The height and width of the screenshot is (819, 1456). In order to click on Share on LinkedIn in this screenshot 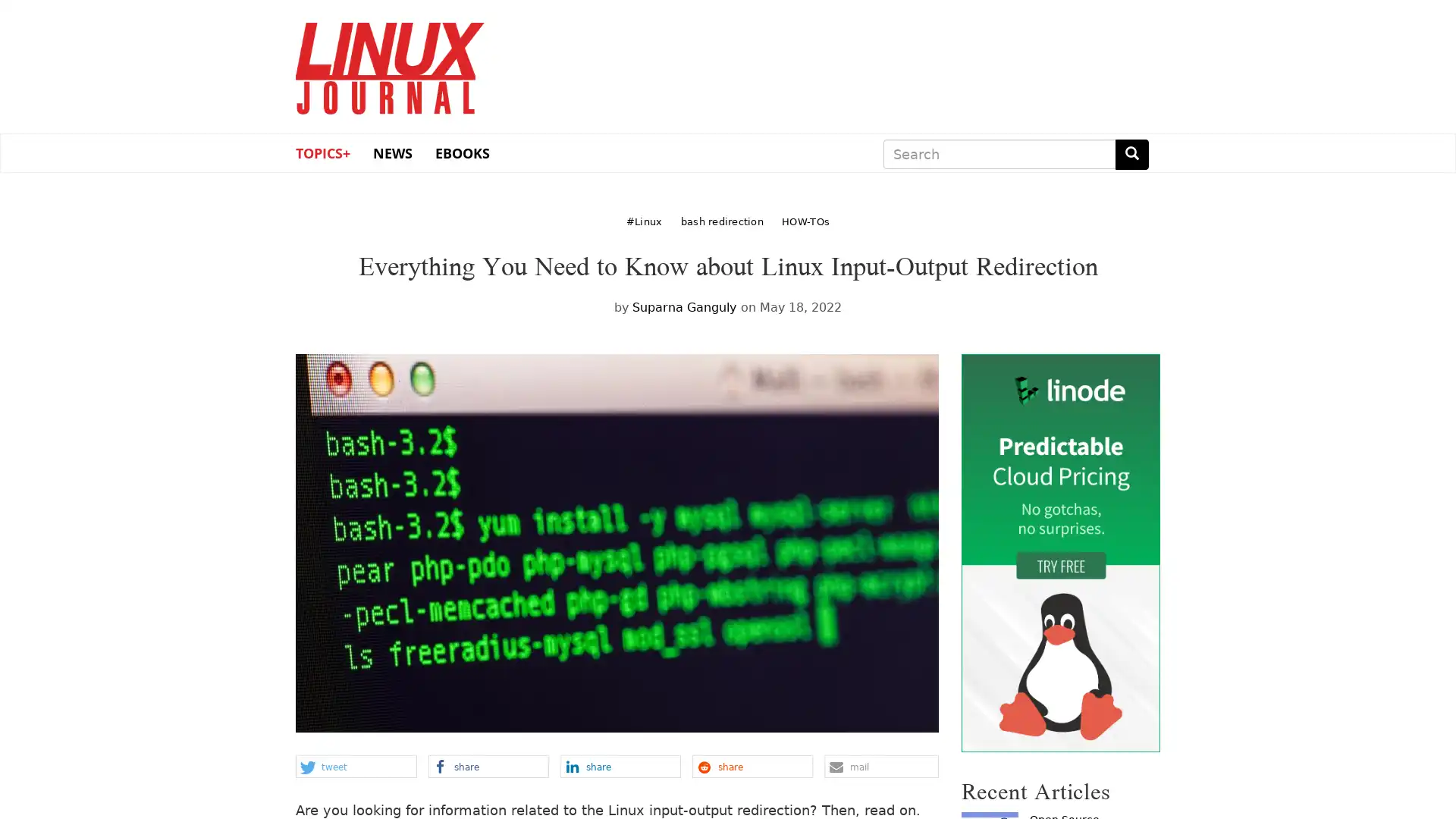, I will do `click(620, 766)`.